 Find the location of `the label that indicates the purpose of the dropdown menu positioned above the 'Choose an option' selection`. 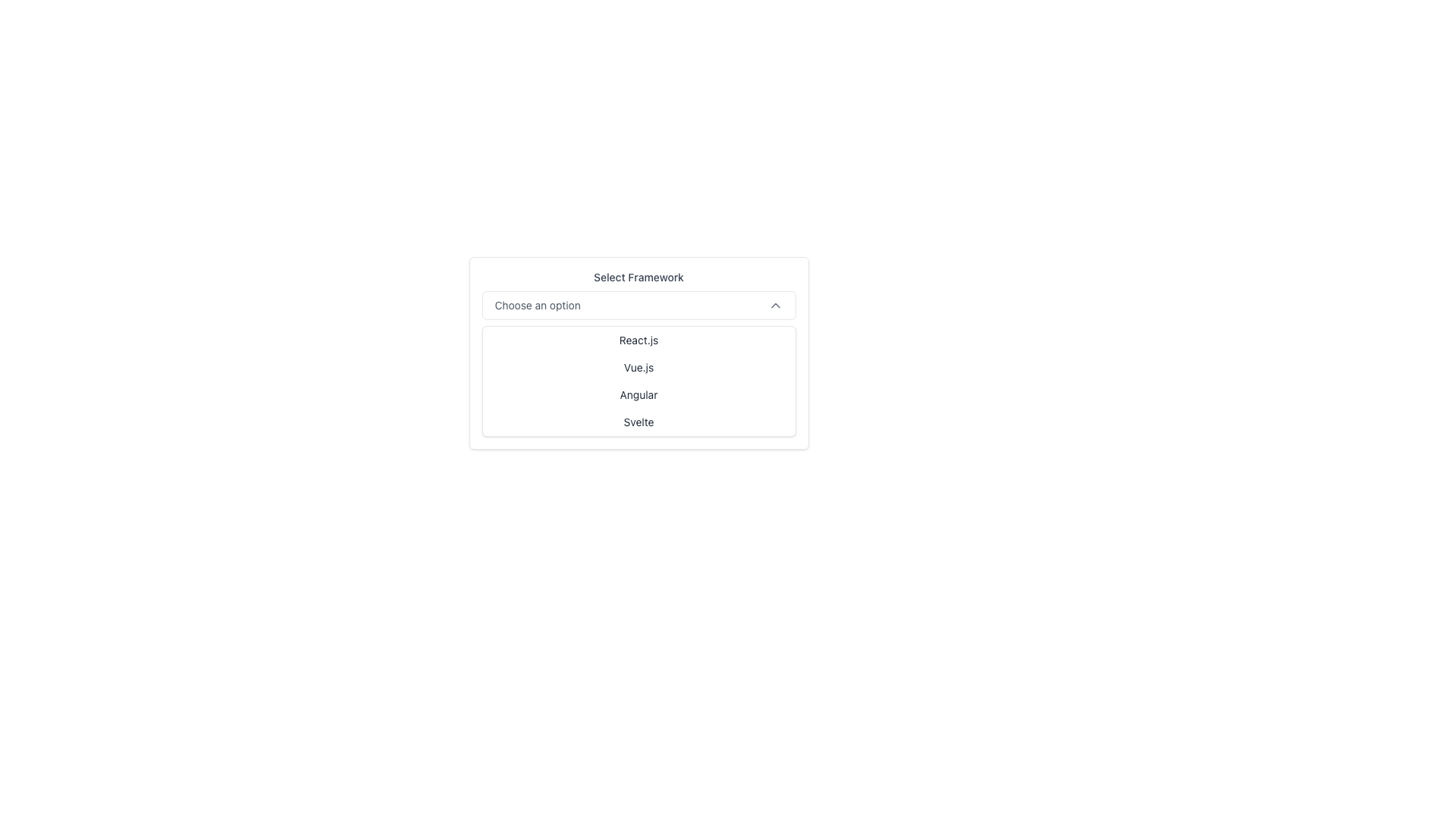

the label that indicates the purpose of the dropdown menu positioned above the 'Choose an option' selection is located at coordinates (639, 278).